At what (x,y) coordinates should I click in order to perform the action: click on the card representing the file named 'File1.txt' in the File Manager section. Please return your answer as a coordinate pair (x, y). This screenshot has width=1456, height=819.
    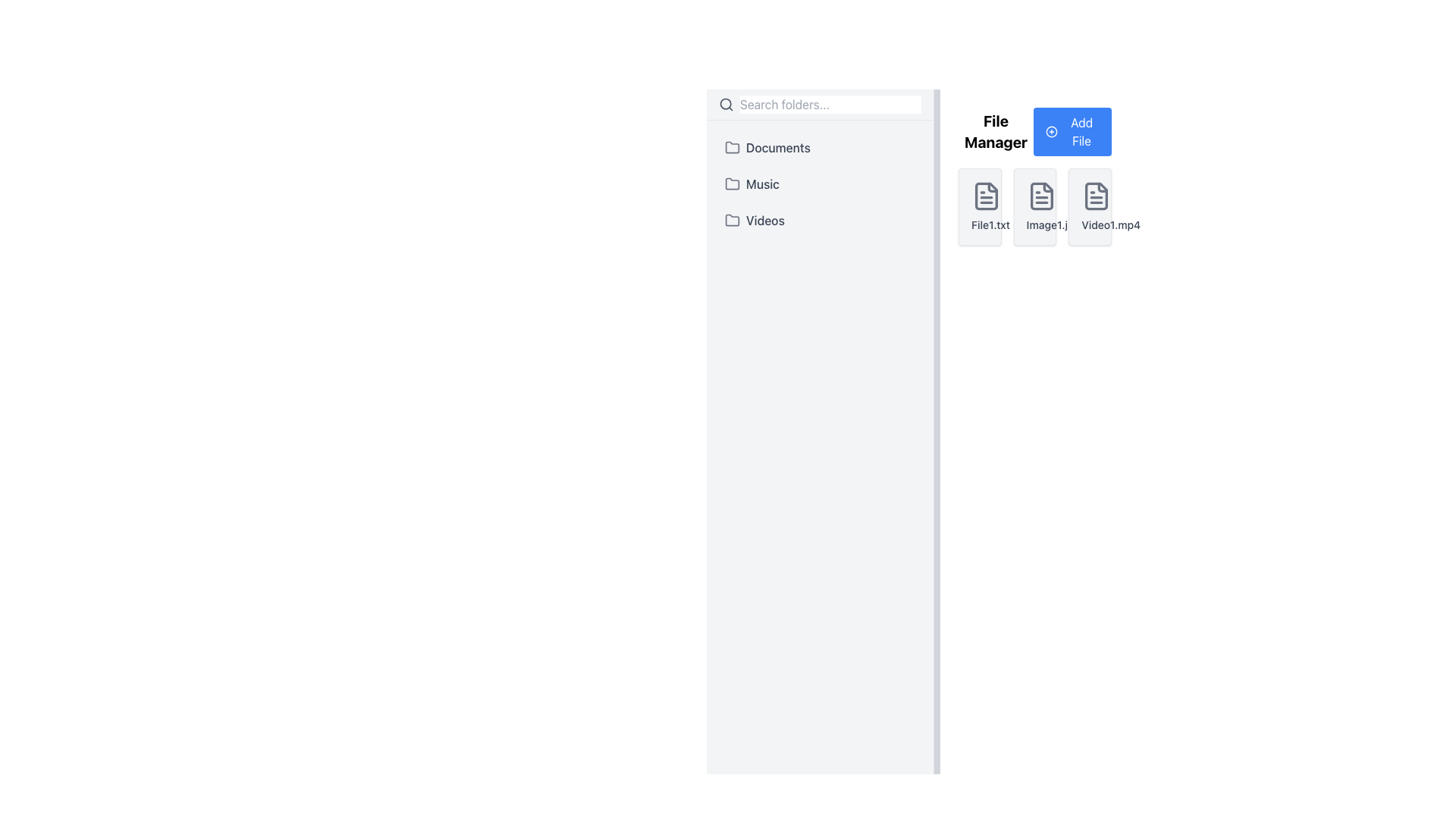
    Looking at the image, I should click on (980, 207).